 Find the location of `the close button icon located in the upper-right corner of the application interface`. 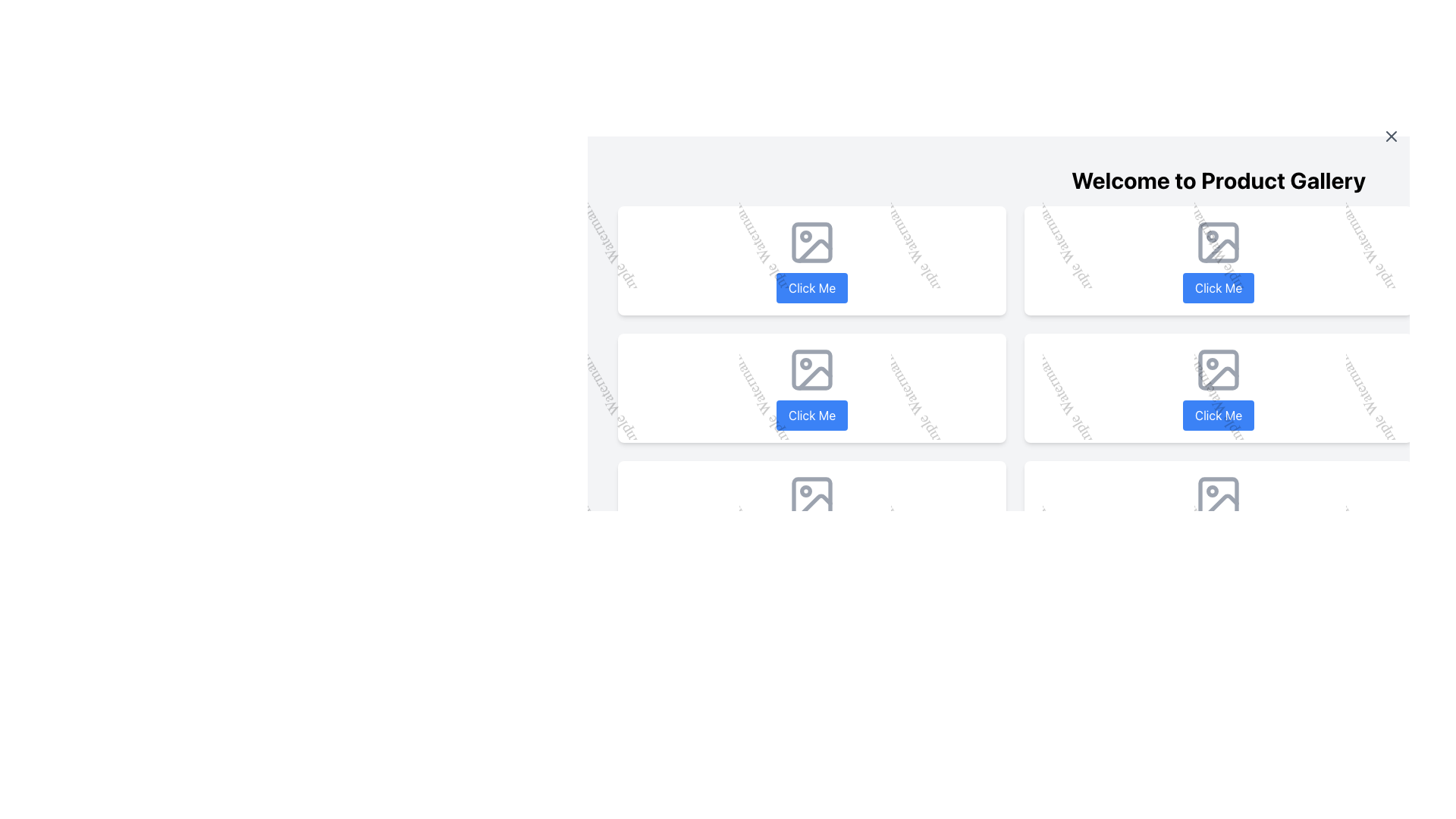

the close button icon located in the upper-right corner of the application interface is located at coordinates (1391, 136).